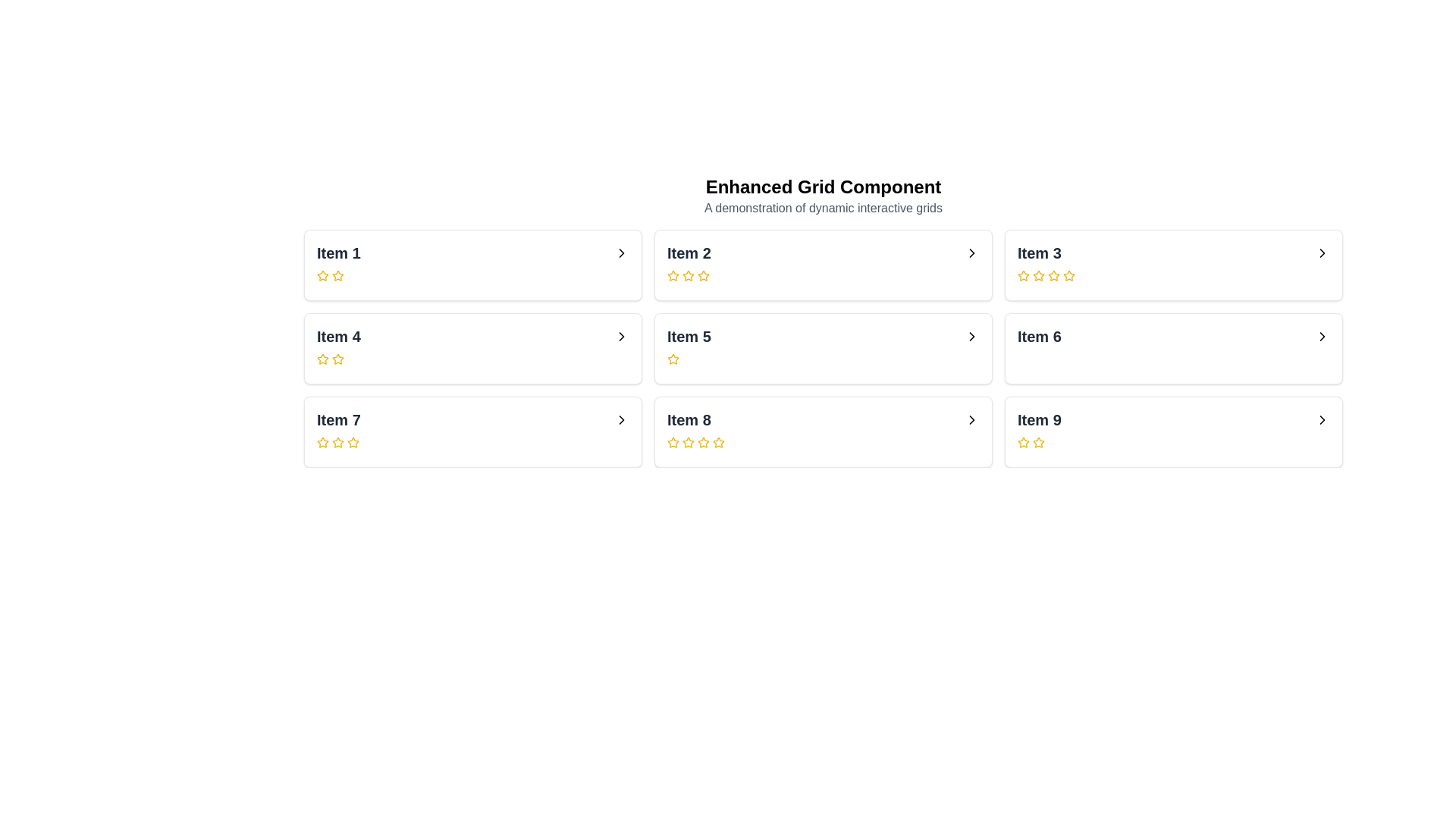 Image resolution: width=1456 pixels, height=819 pixels. What do you see at coordinates (673, 442) in the screenshot?
I see `the first yellow outlined star in the rating section of 'Item 8' located in the bottom row of the grid layout` at bounding box center [673, 442].